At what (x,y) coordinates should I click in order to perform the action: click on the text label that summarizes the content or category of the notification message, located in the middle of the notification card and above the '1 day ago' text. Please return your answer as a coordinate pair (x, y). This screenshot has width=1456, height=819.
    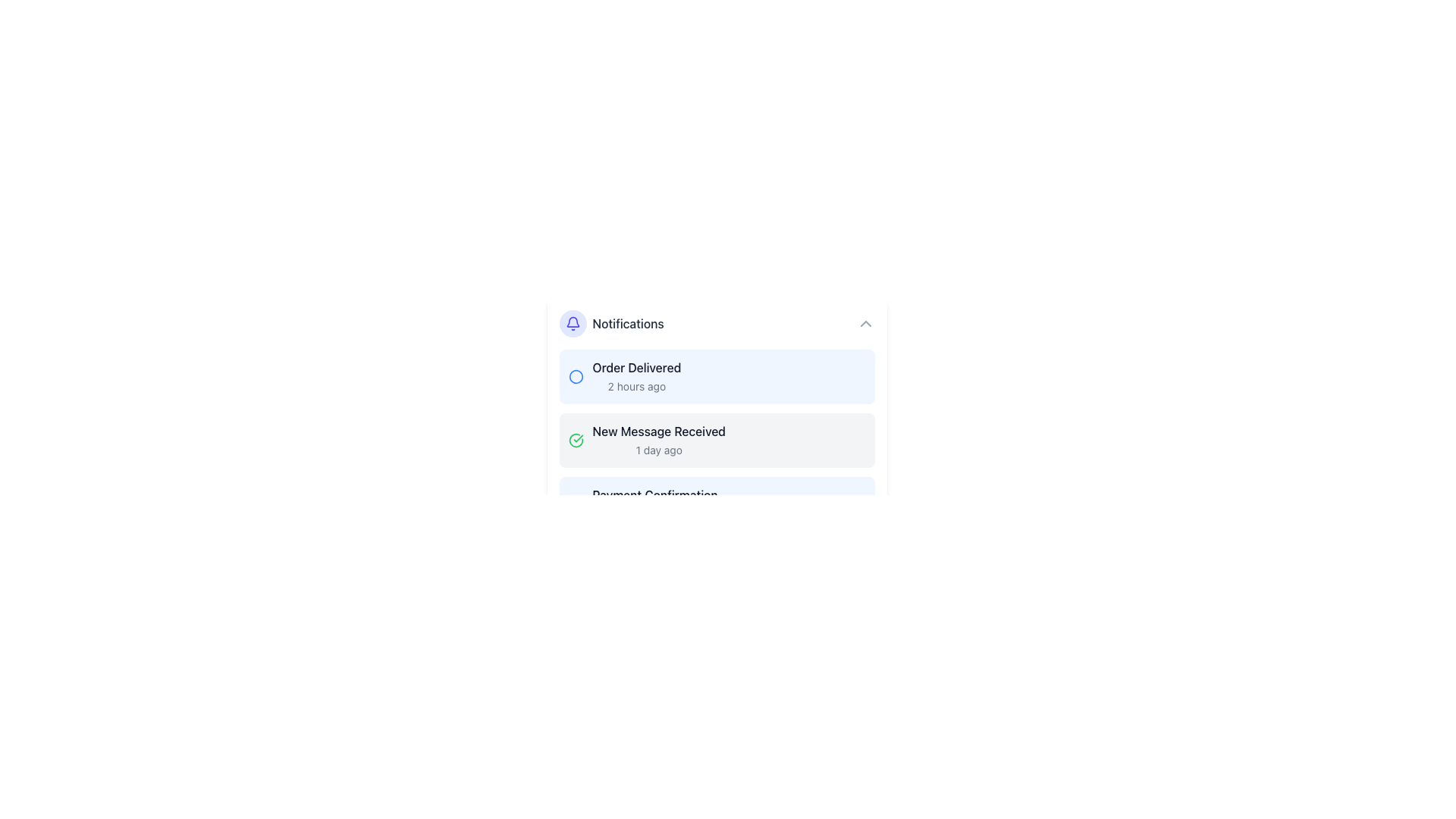
    Looking at the image, I should click on (659, 431).